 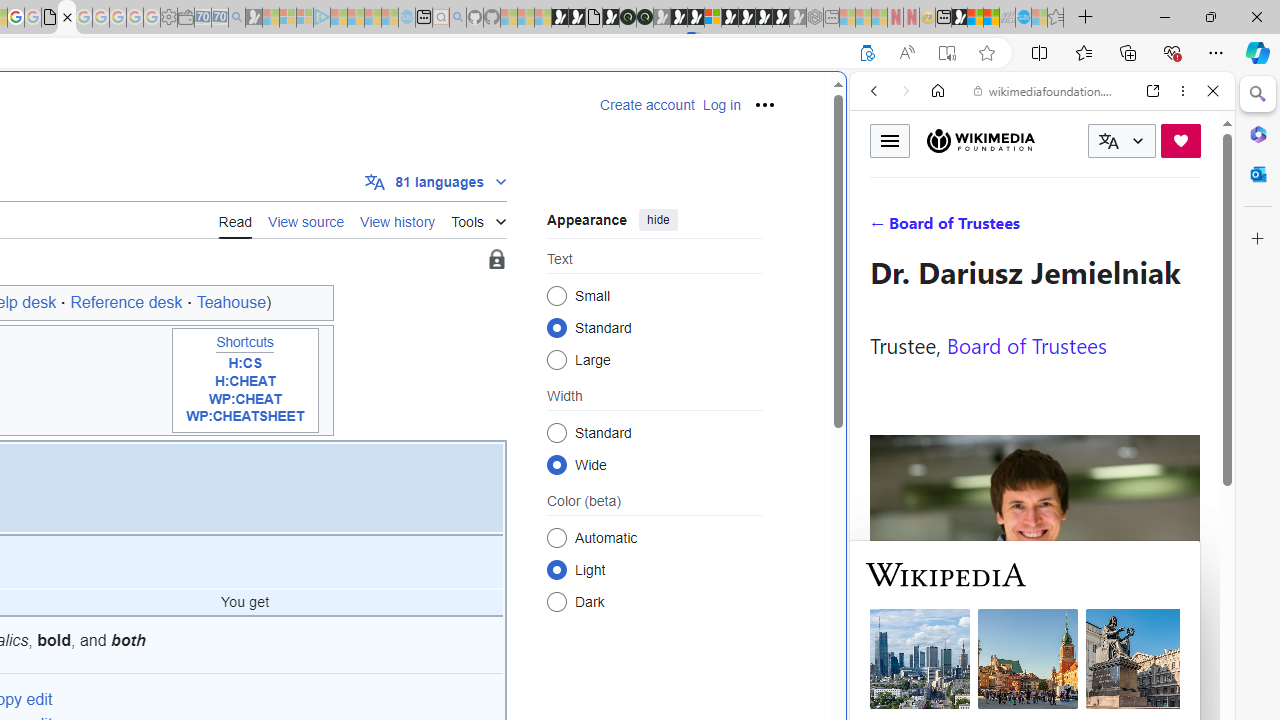 I want to click on 'WP:CHEATSHEET', so click(x=244, y=416).